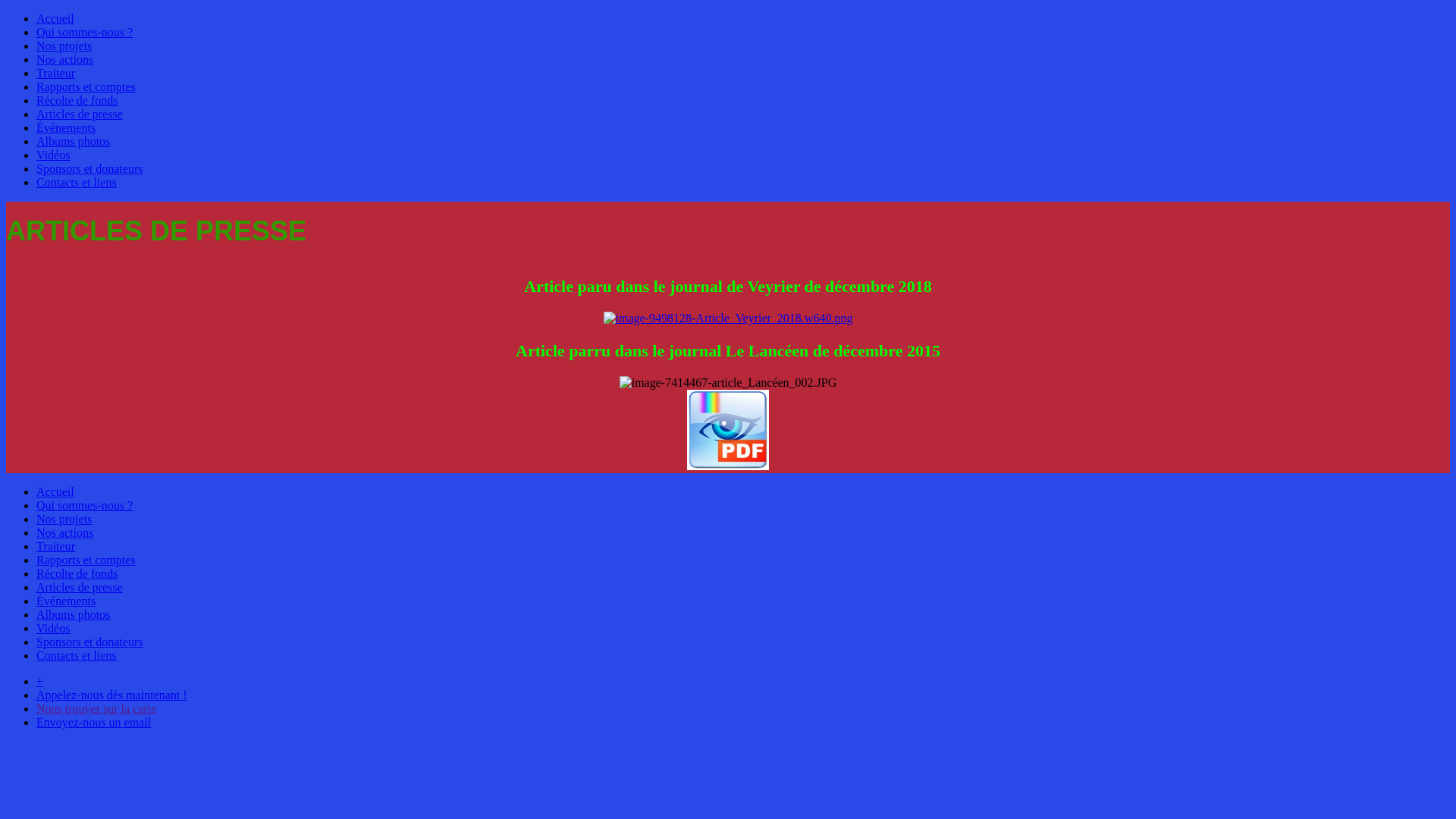 This screenshot has height=819, width=1456. I want to click on 'Albums photos', so click(72, 141).